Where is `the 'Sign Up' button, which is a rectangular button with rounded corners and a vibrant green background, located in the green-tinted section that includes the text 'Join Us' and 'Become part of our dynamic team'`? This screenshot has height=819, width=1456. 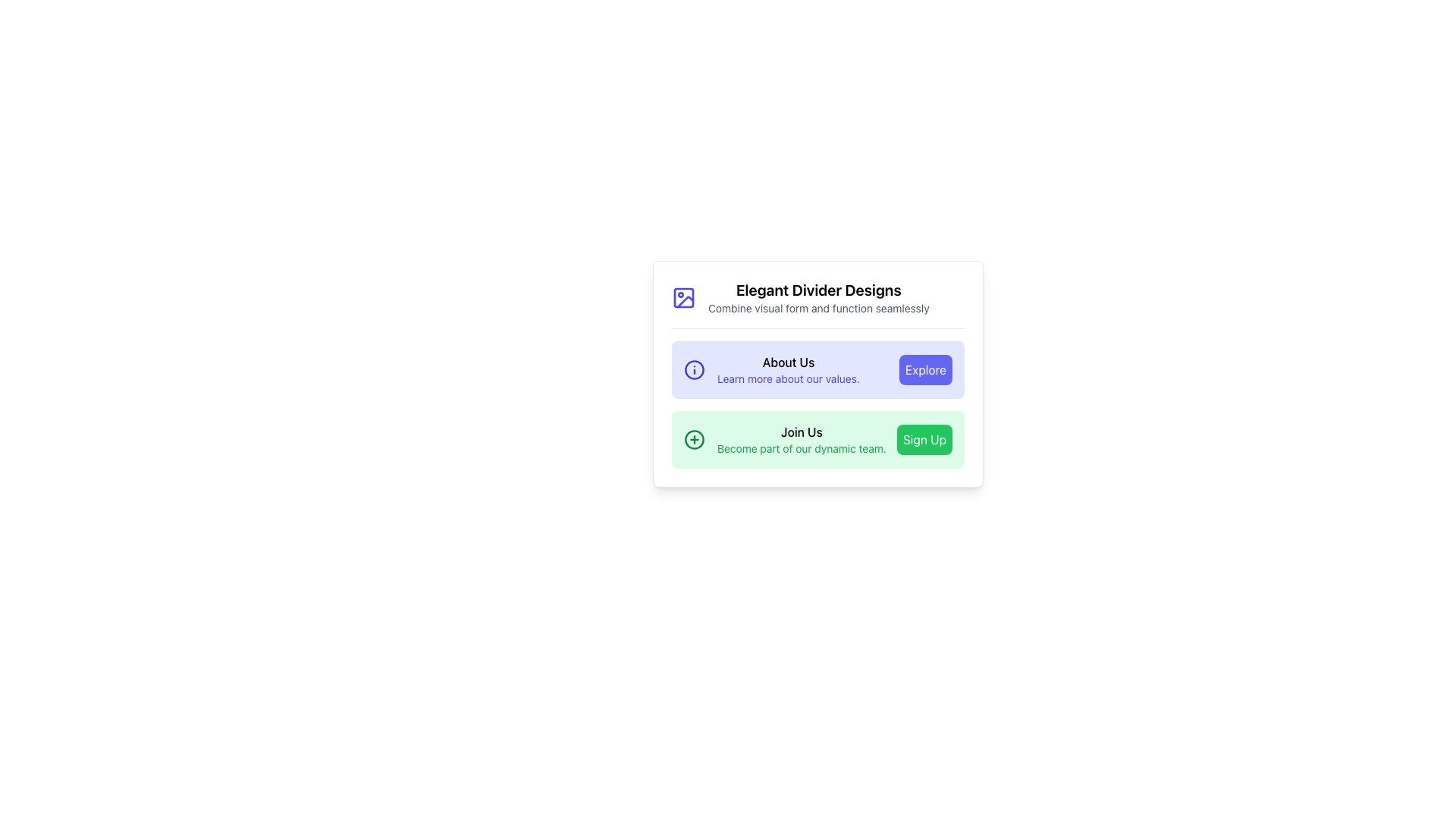
the 'Sign Up' button, which is a rectangular button with rounded corners and a vibrant green background, located in the green-tinted section that includes the text 'Join Us' and 'Become part of our dynamic team' is located at coordinates (924, 439).